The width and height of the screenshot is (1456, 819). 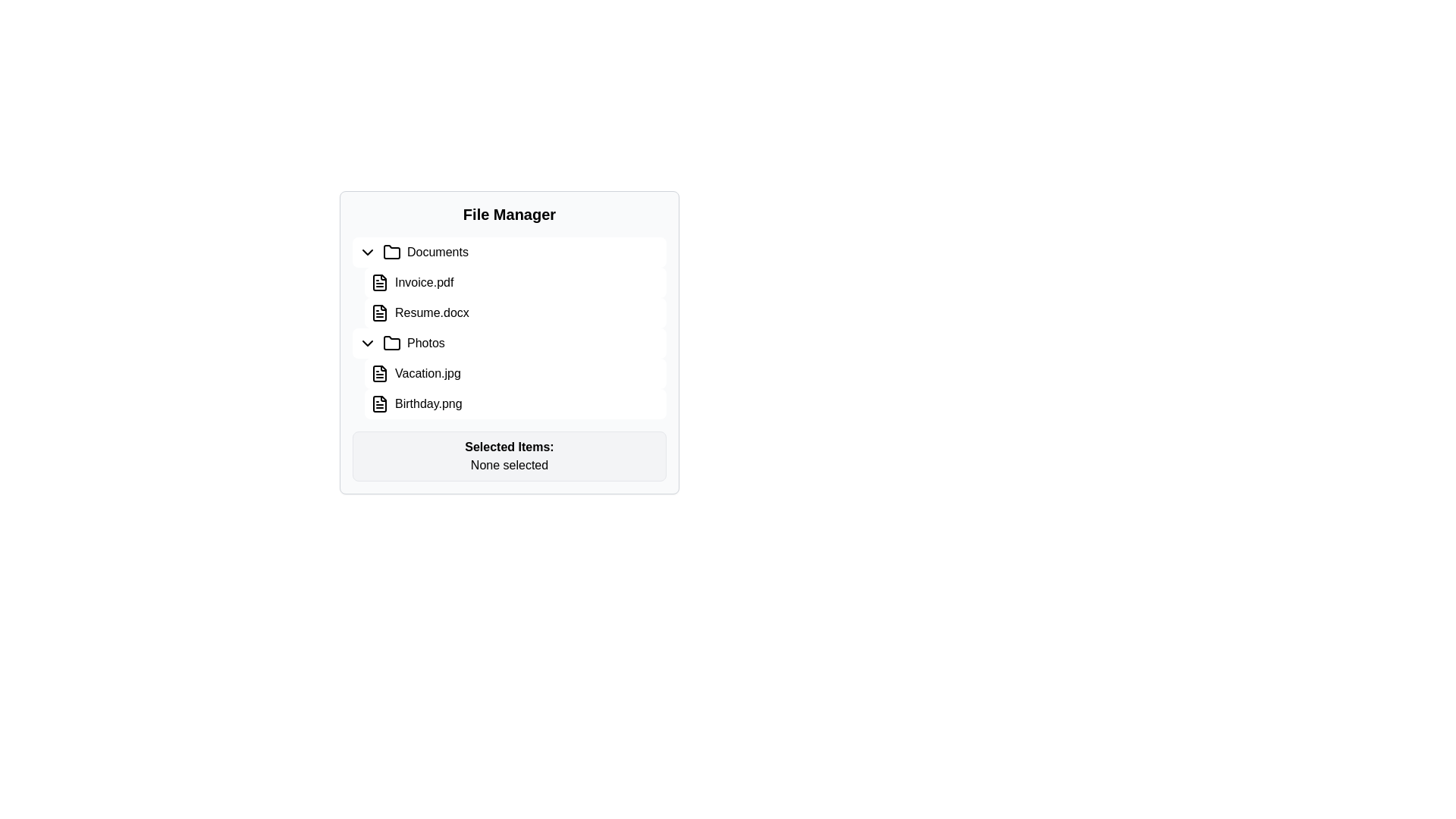 I want to click on the file entry row labeled 'Invoice.pdf' in the file manager, so click(x=516, y=283).